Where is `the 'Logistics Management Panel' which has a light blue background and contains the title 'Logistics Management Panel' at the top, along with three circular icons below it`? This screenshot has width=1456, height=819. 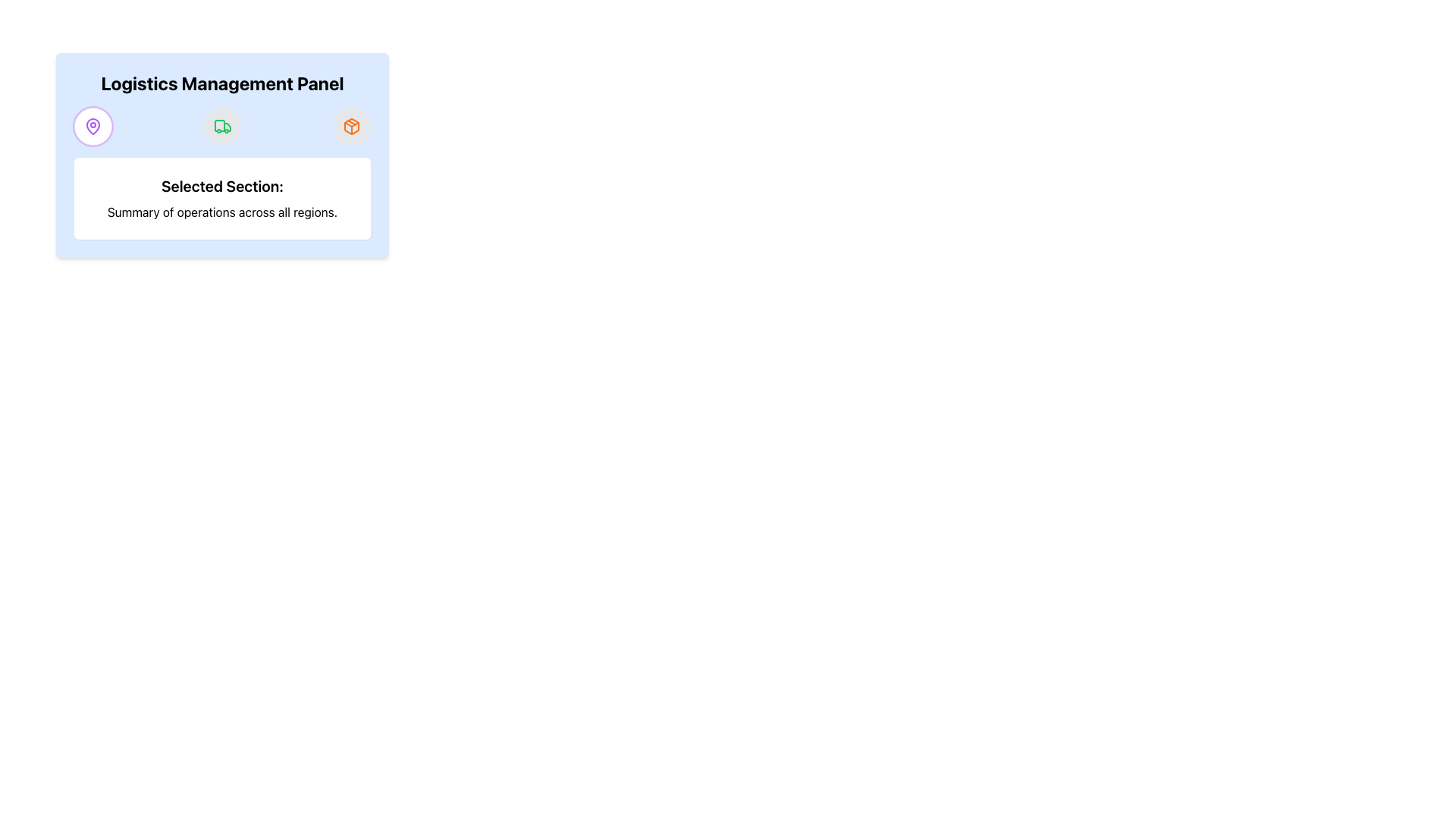
the 'Logistics Management Panel' which has a light blue background and contains the title 'Logistics Management Panel' at the top, along with three circular icons below it is located at coordinates (221, 155).